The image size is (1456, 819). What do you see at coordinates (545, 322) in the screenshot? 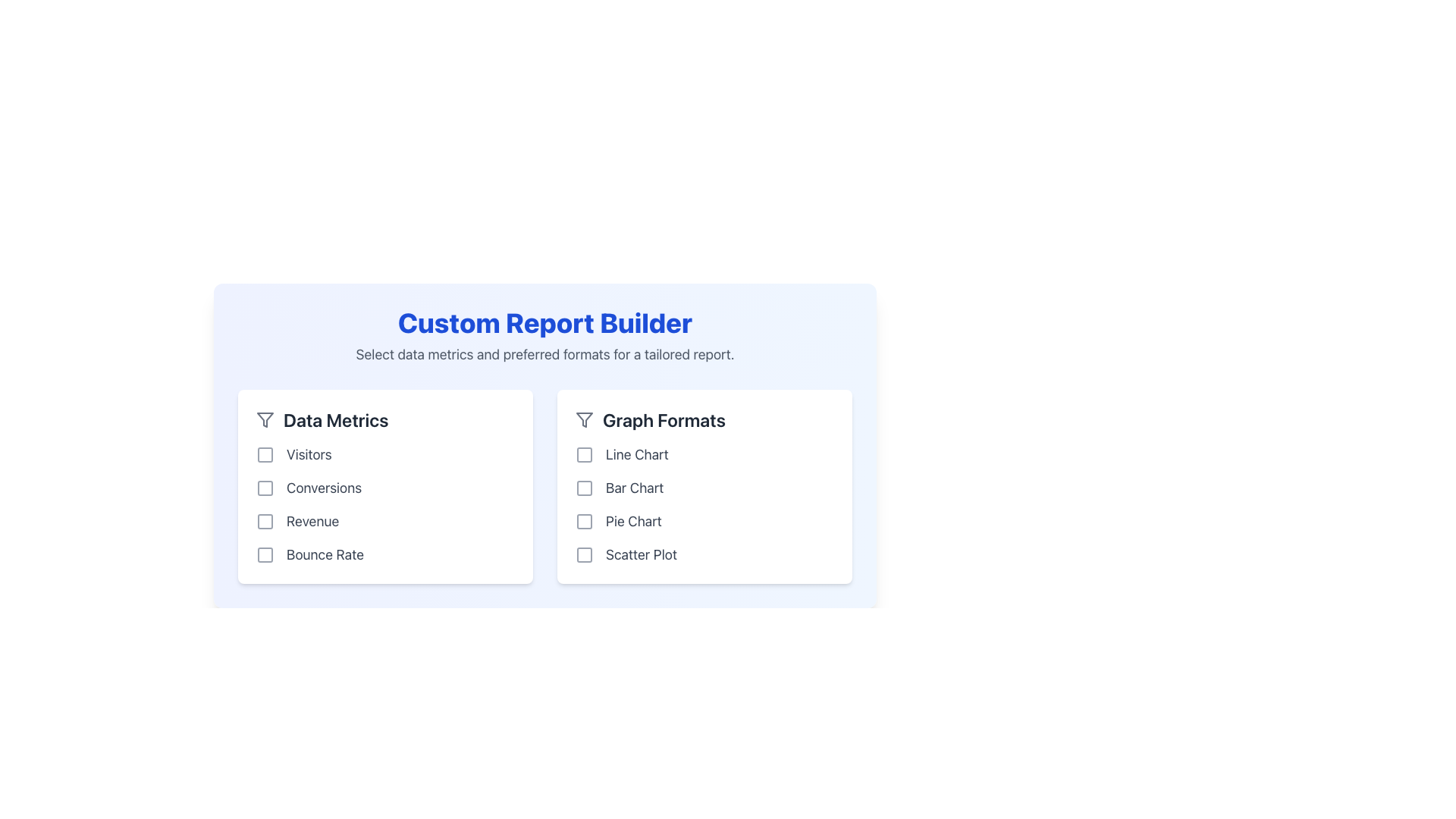
I see `the large bold text title 'Custom Report Builder' which is centrally aligned and colored vibrant blue` at bounding box center [545, 322].